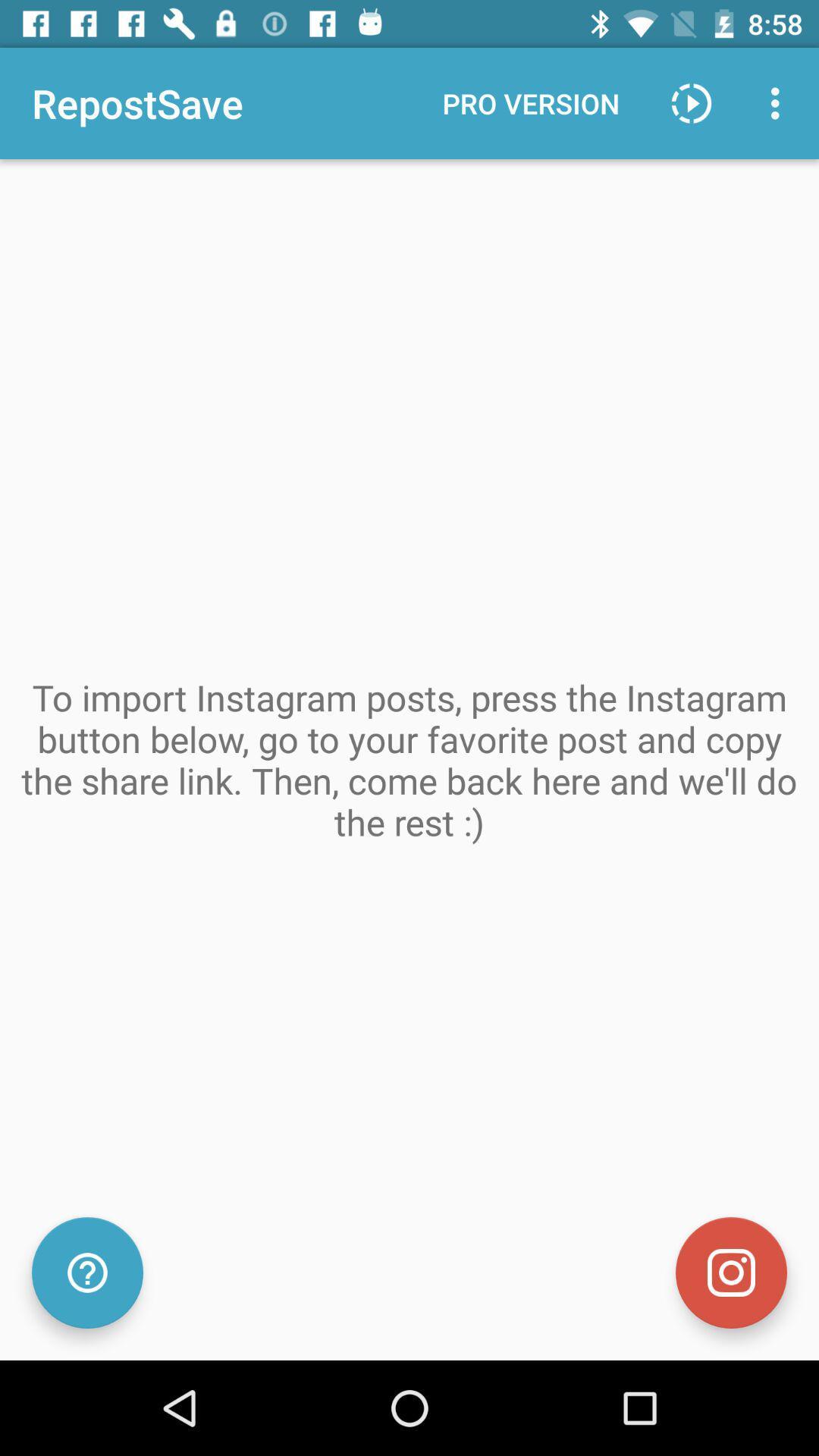  Describe the element at coordinates (87, 1272) in the screenshot. I see `the help icon` at that location.